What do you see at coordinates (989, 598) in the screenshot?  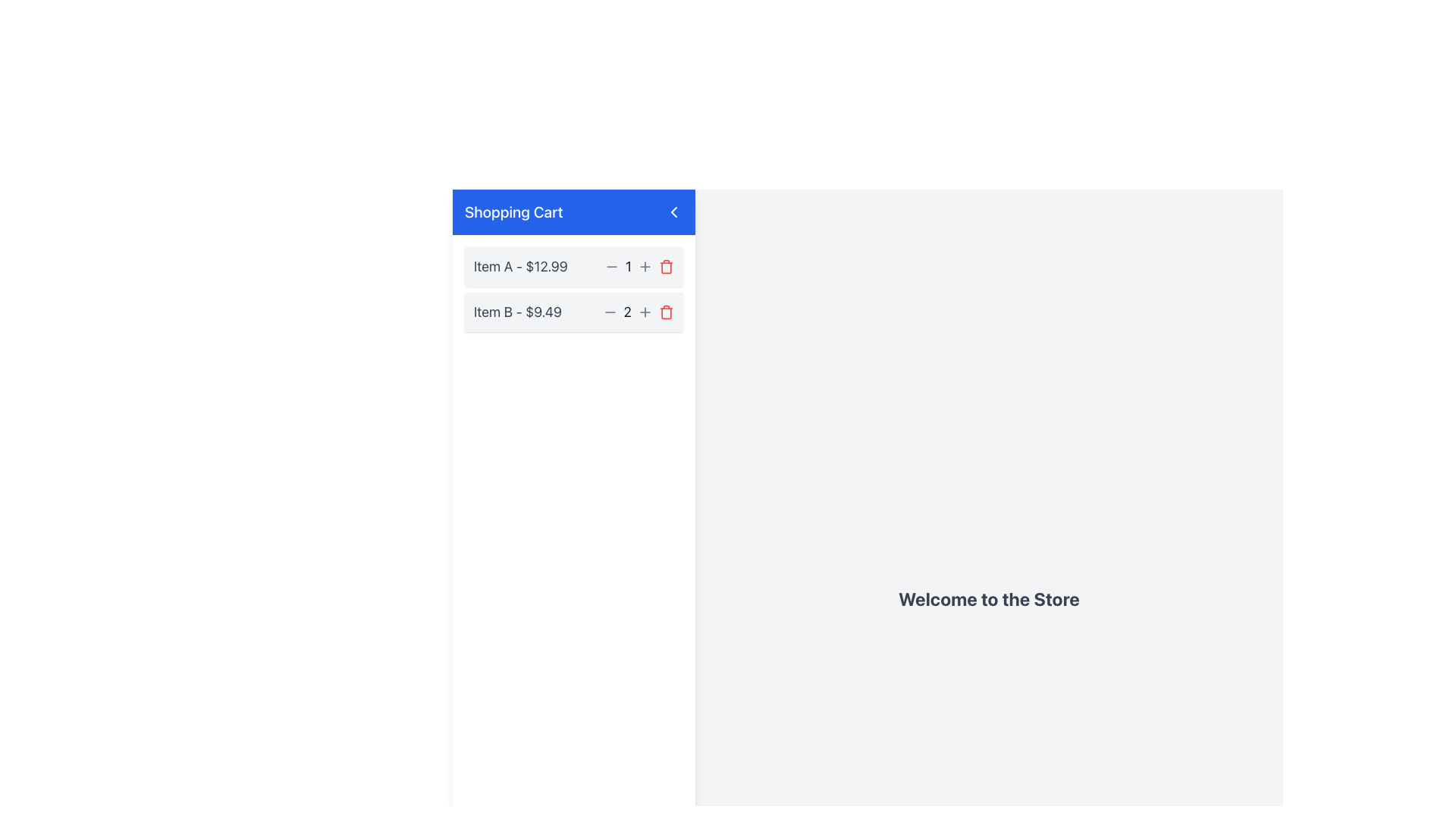 I see `the Text Header element, which serves as a welcoming message for the store interface, located in the center of the right-hand section of the layout` at bounding box center [989, 598].